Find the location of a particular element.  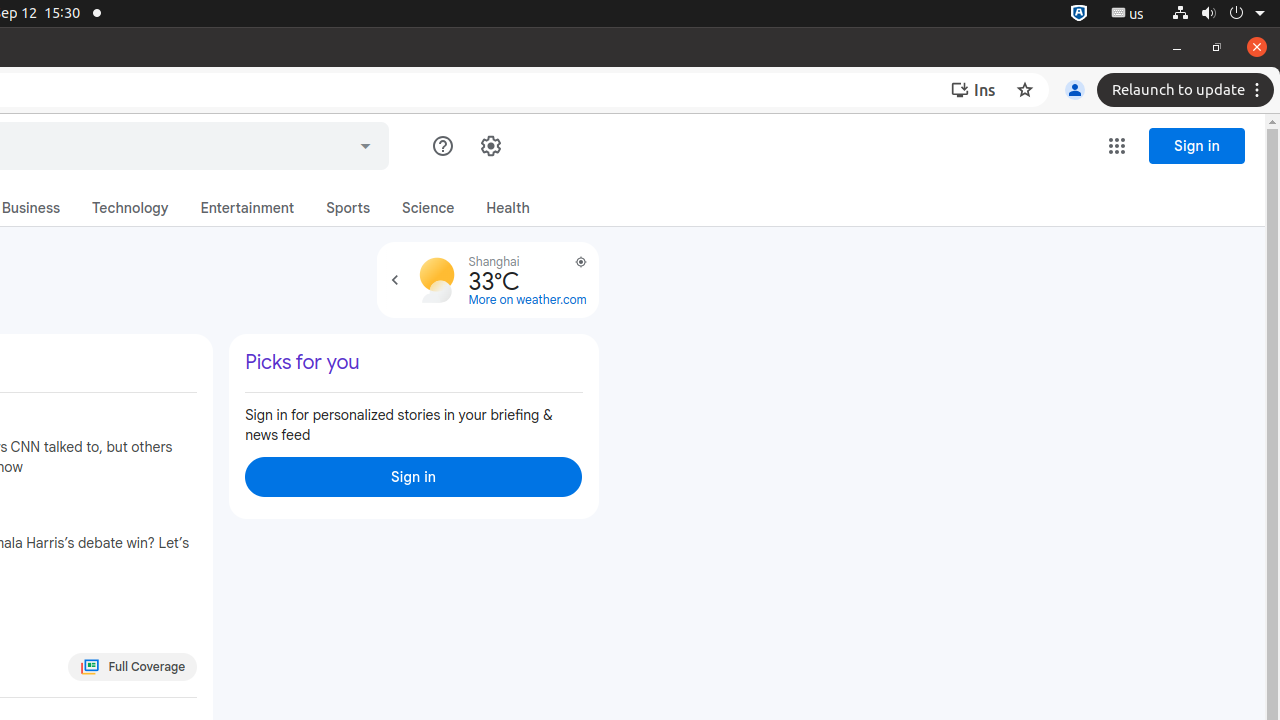

'More on weather.com' is located at coordinates (527, 300).